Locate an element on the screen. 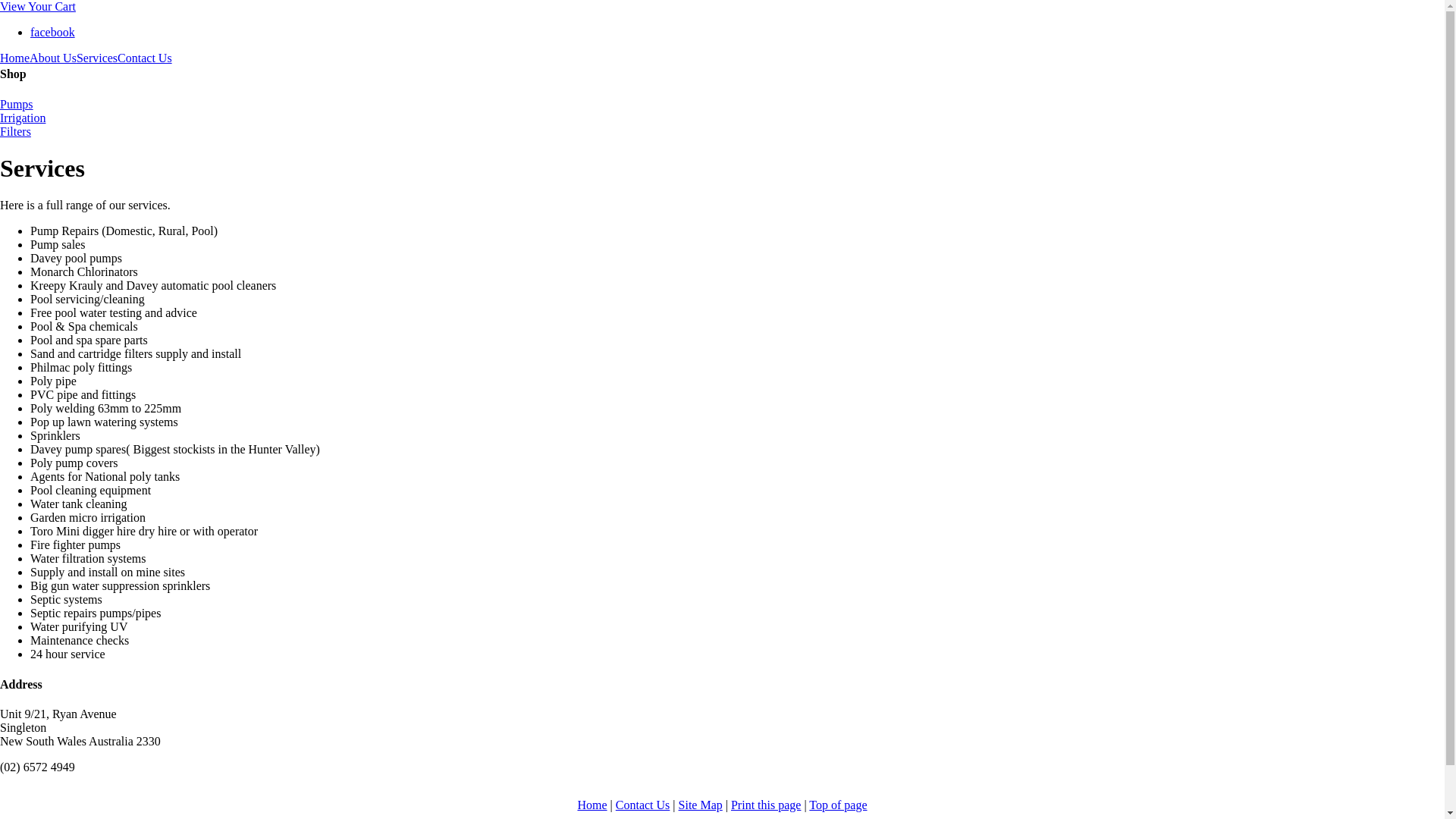  'Top of page' is located at coordinates (808, 804).